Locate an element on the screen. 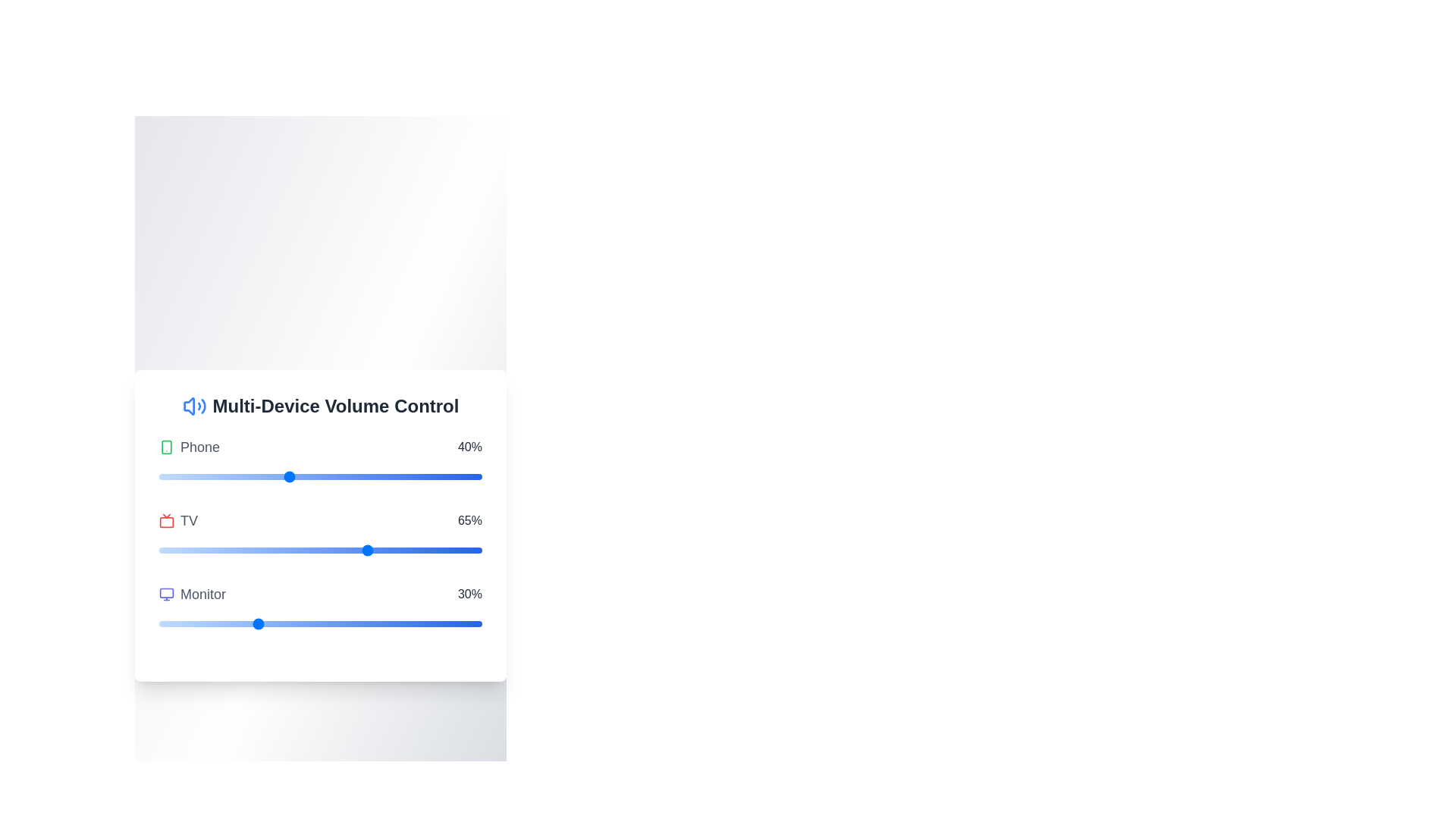 The image size is (1456, 819). the Information display row for 'Monitor' in the Multi-Device Volume Control interface is located at coordinates (319, 593).